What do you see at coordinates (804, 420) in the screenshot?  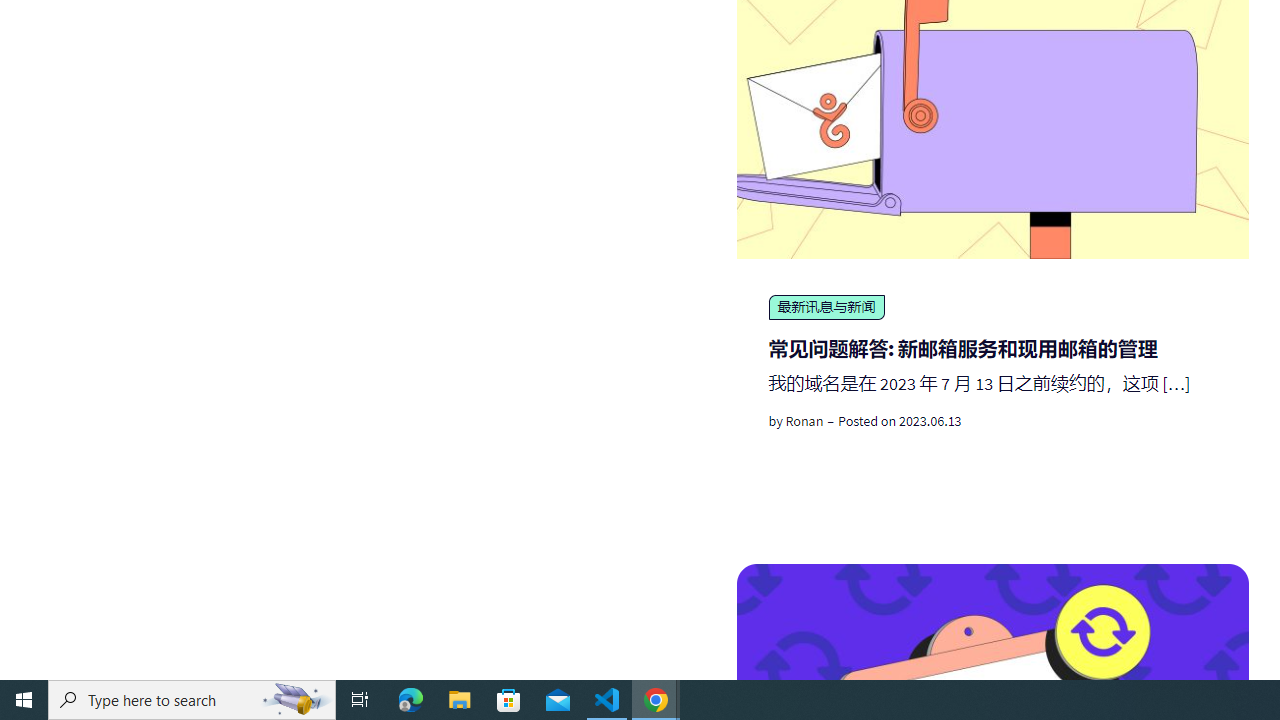 I see `'Ronan'` at bounding box center [804, 420].